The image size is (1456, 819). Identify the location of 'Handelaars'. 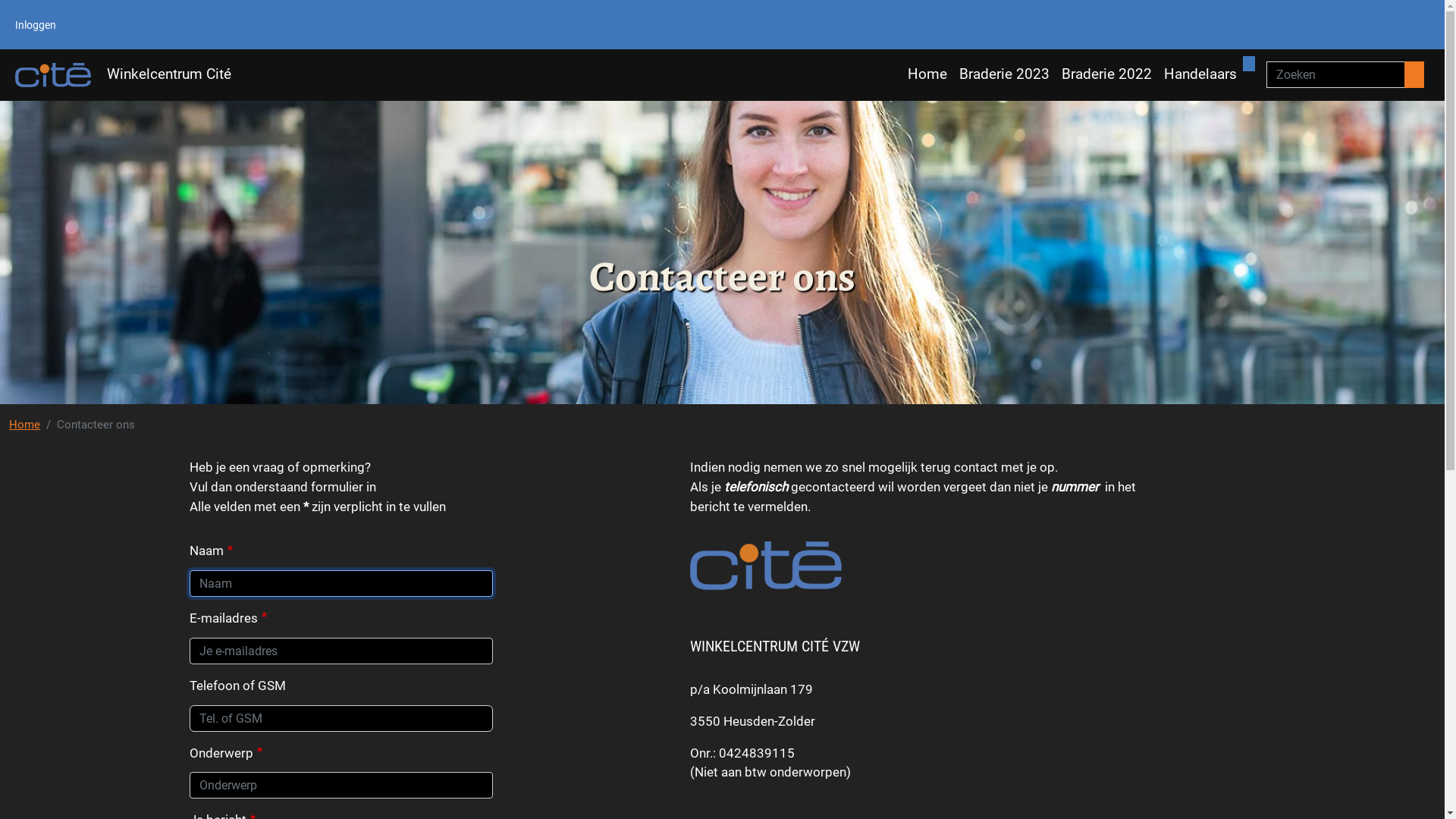
(1200, 74).